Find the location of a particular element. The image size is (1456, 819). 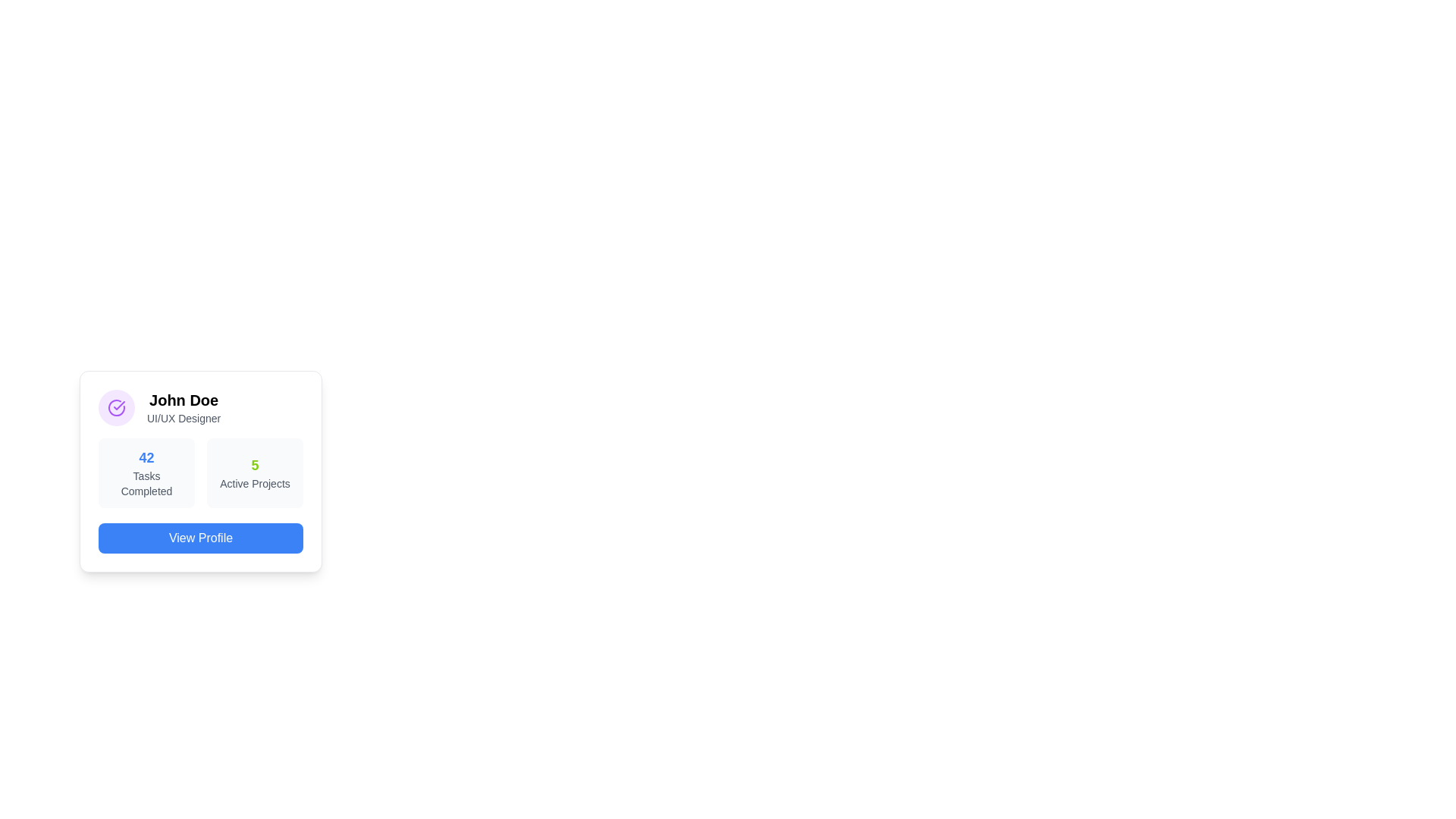

the Informative summary panel, which displays 'Tasks Completed' in blue and 'Active Projects' in lime green, located centrally below the title 'John Doe' and above the 'View Profile' button is located at coordinates (199, 472).